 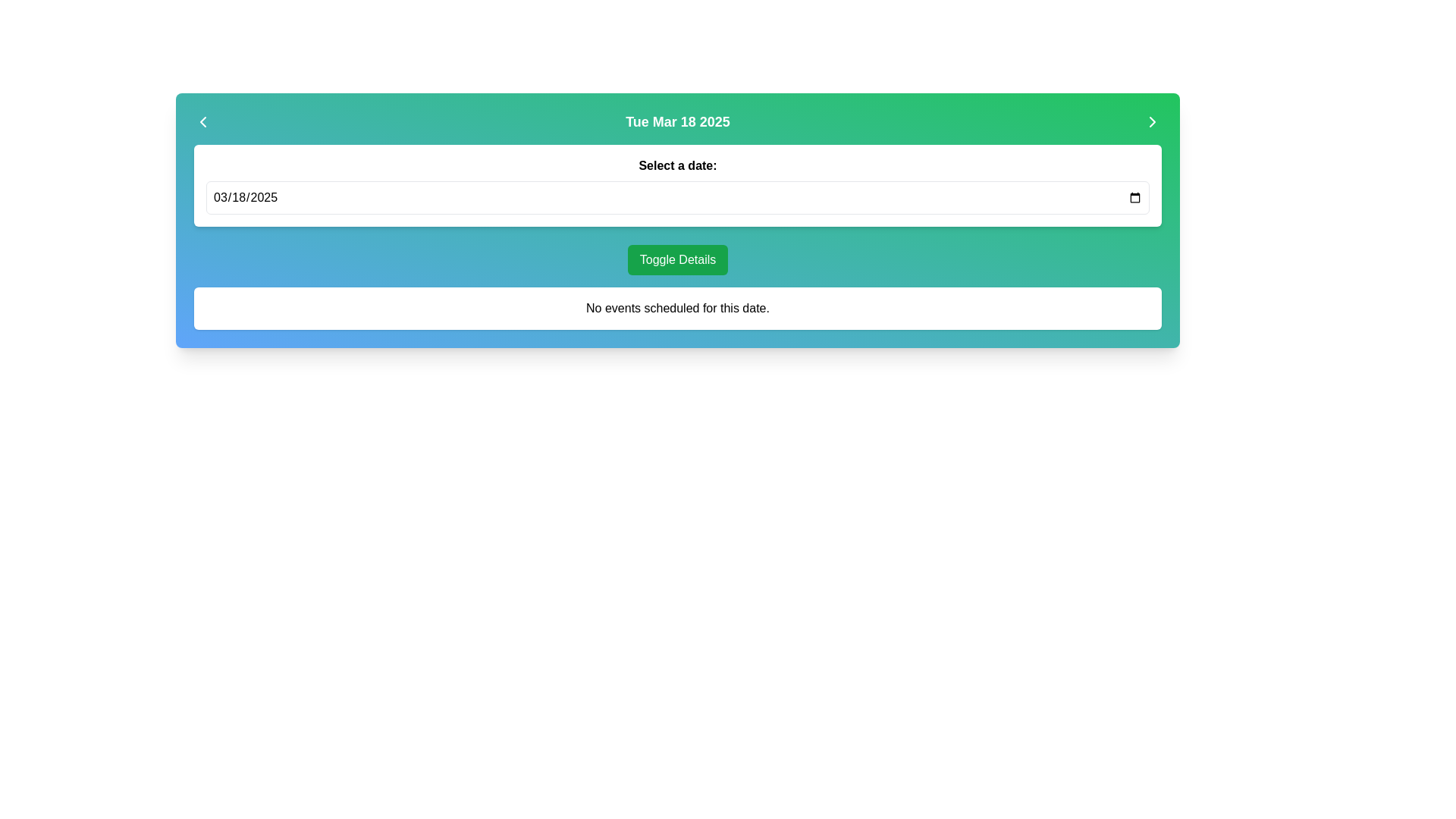 What do you see at coordinates (1153, 121) in the screenshot?
I see `the right-pointing arrow icon button located in the top-right corner of the green header bar next to the date display 'Tue Mar 18 2025'` at bounding box center [1153, 121].